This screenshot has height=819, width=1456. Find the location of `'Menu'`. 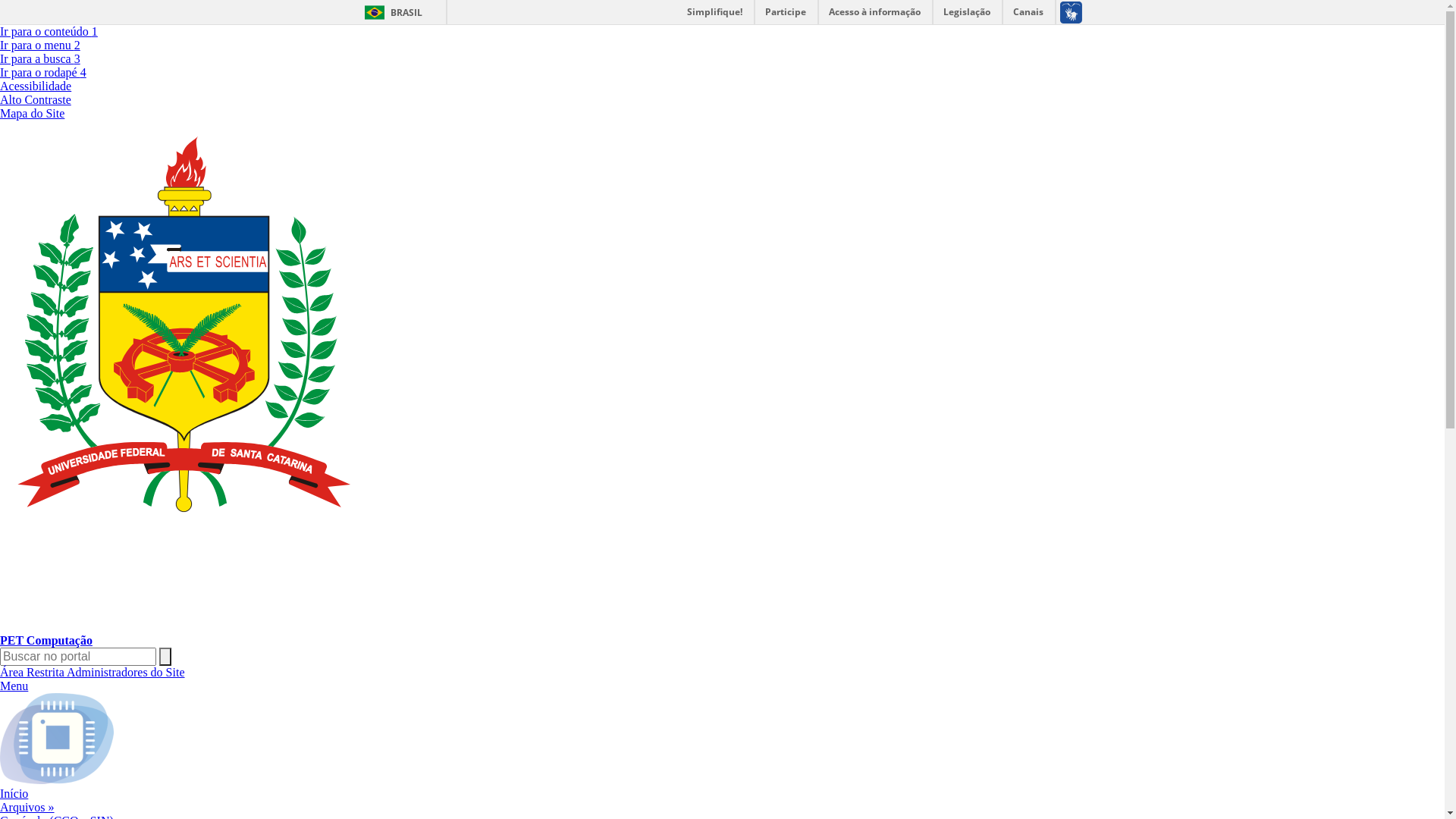

'Menu' is located at coordinates (14, 686).